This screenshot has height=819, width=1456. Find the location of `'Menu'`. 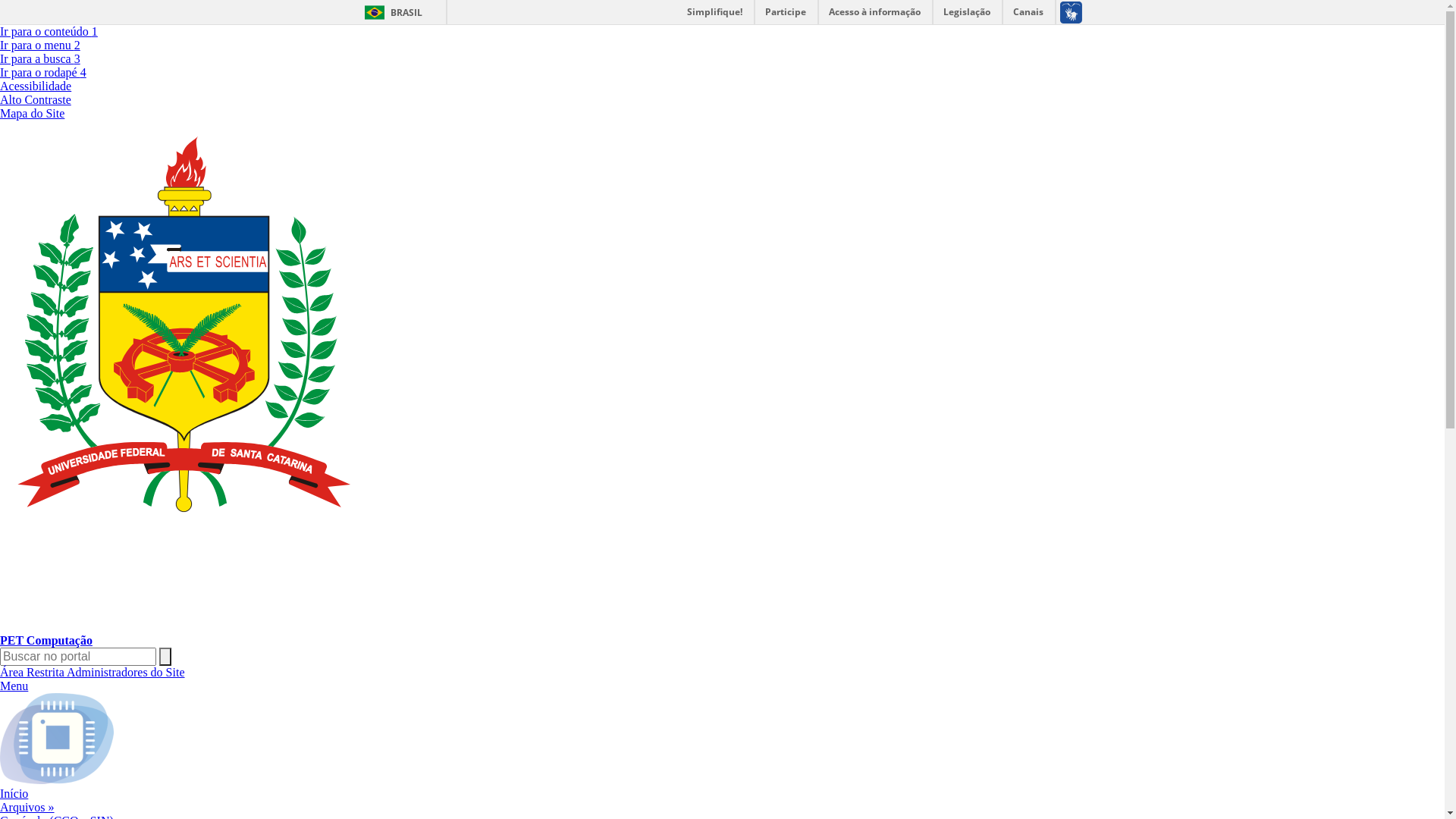

'Menu' is located at coordinates (14, 686).